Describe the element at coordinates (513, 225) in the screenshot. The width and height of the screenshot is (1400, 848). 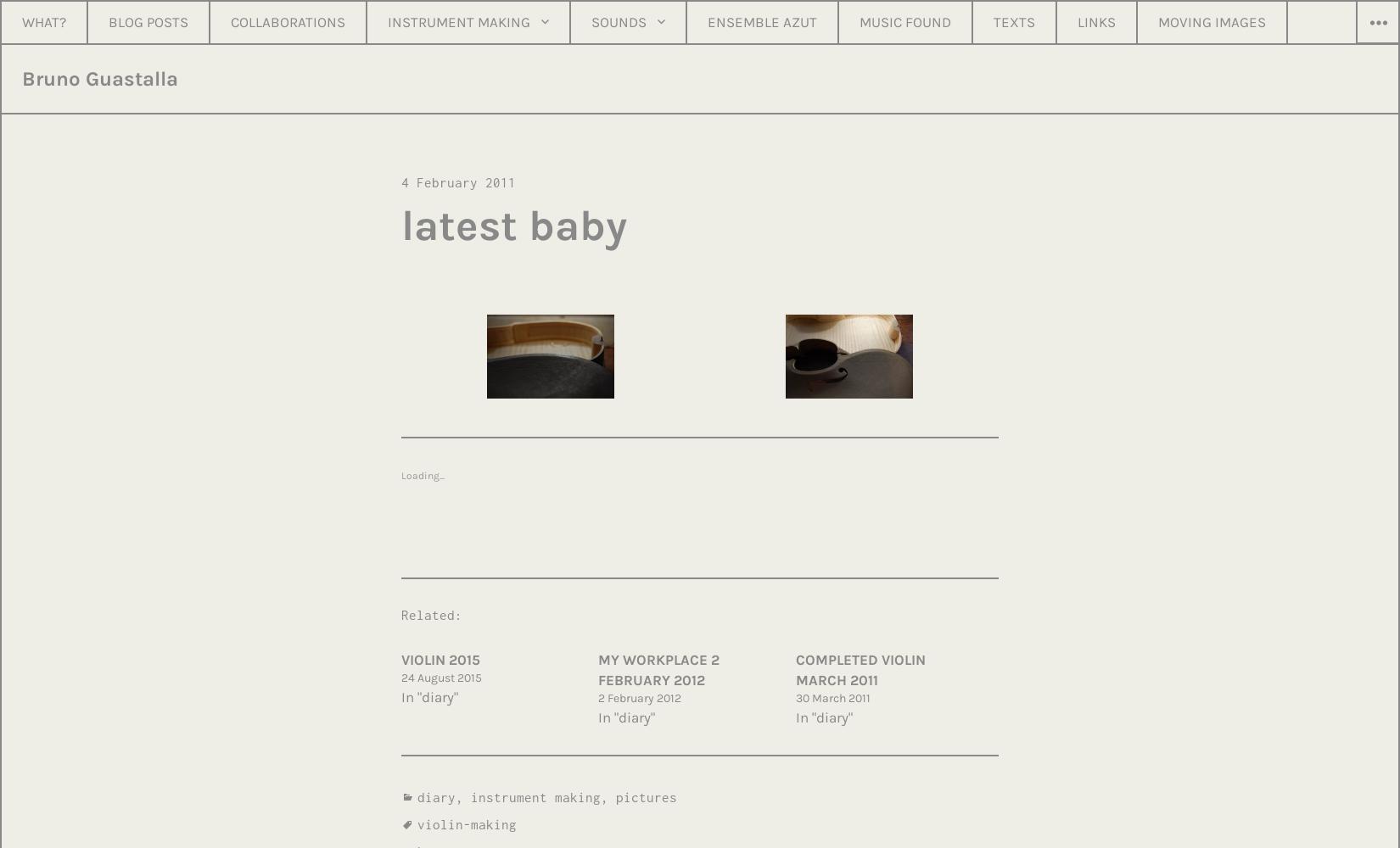
I see `'latest baby'` at that location.